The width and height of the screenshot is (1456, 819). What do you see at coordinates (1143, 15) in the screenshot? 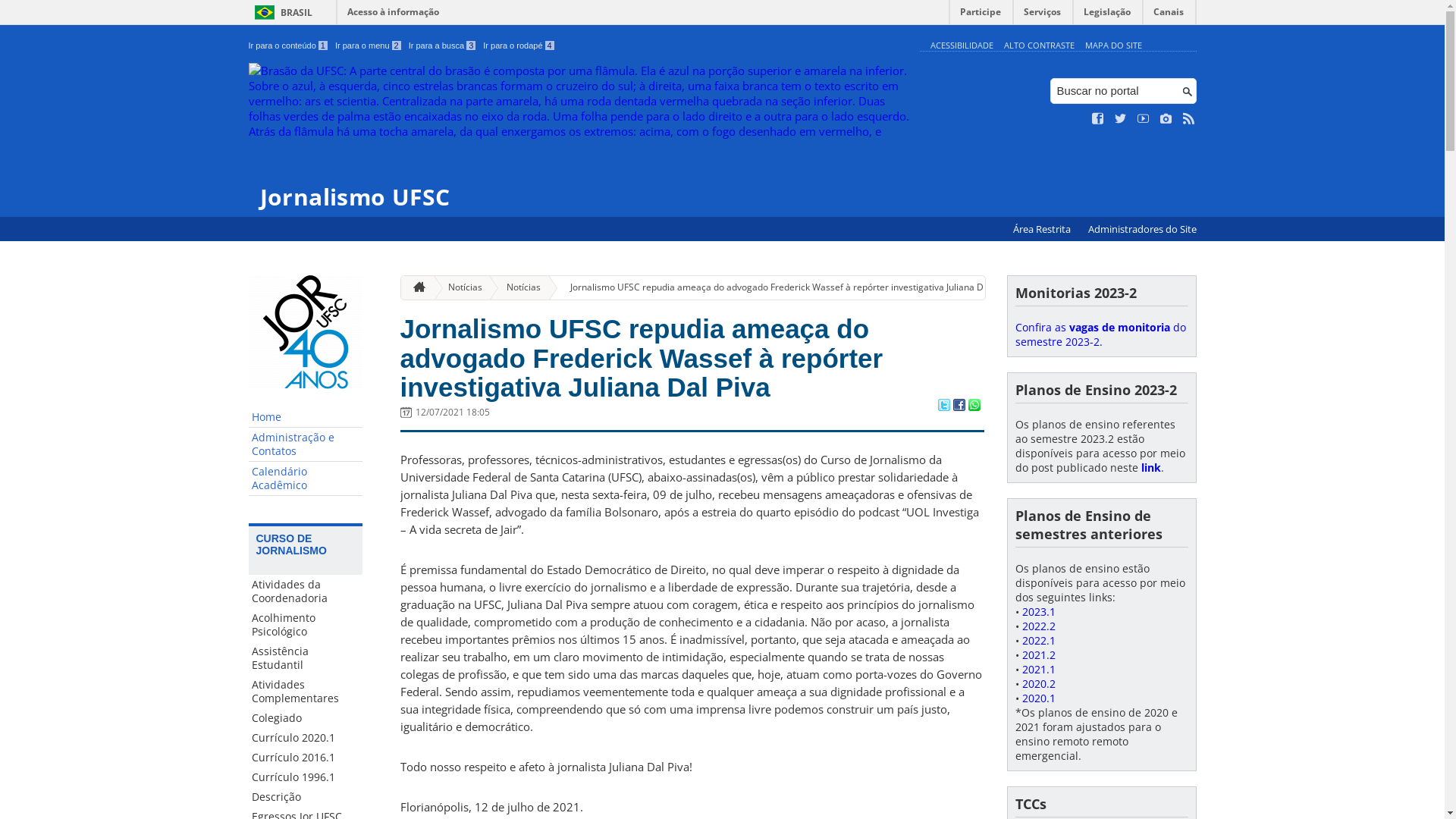
I see `'Canais'` at bounding box center [1143, 15].